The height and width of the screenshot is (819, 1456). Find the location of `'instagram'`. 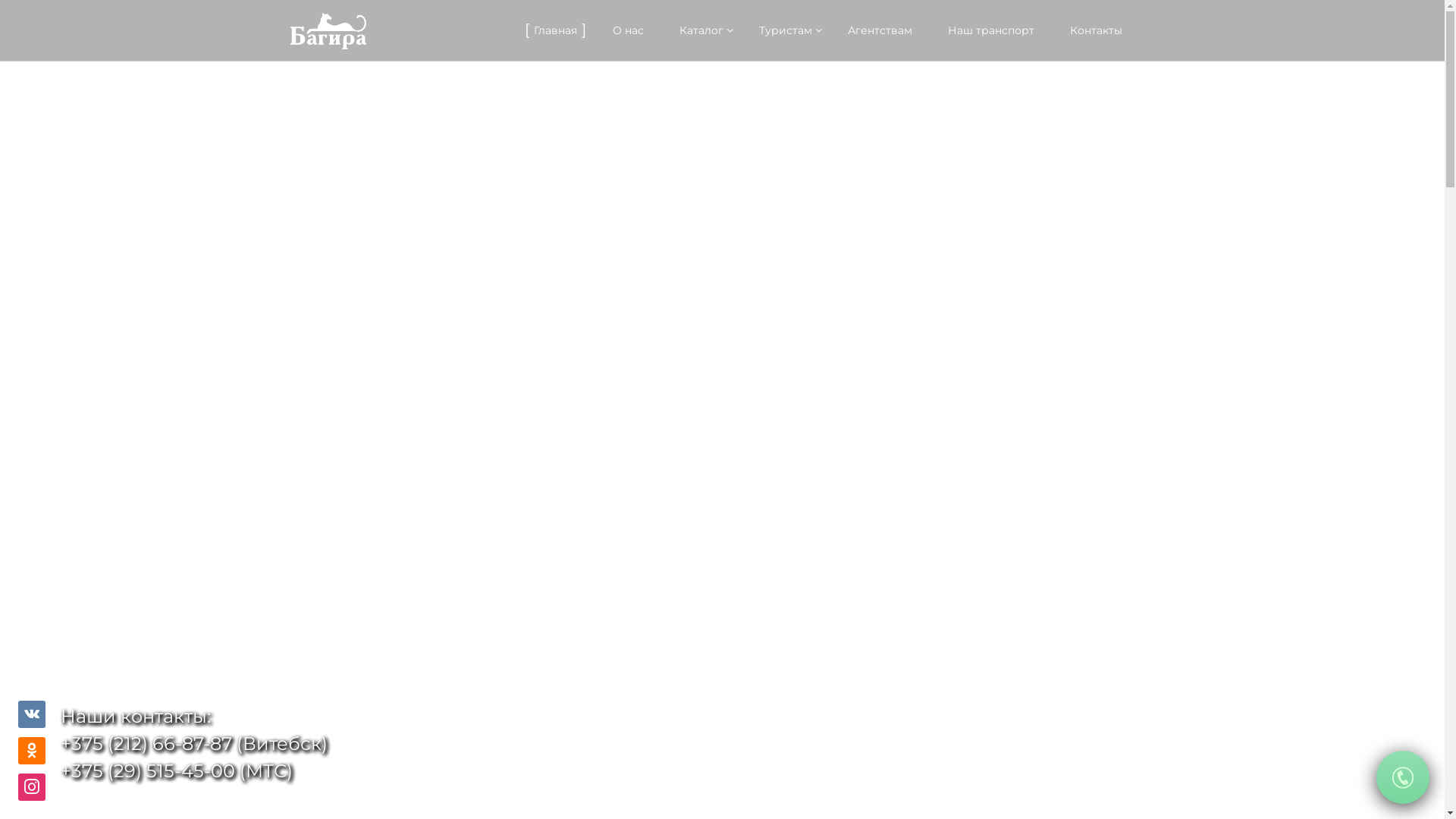

'instagram' is located at coordinates (32, 786).